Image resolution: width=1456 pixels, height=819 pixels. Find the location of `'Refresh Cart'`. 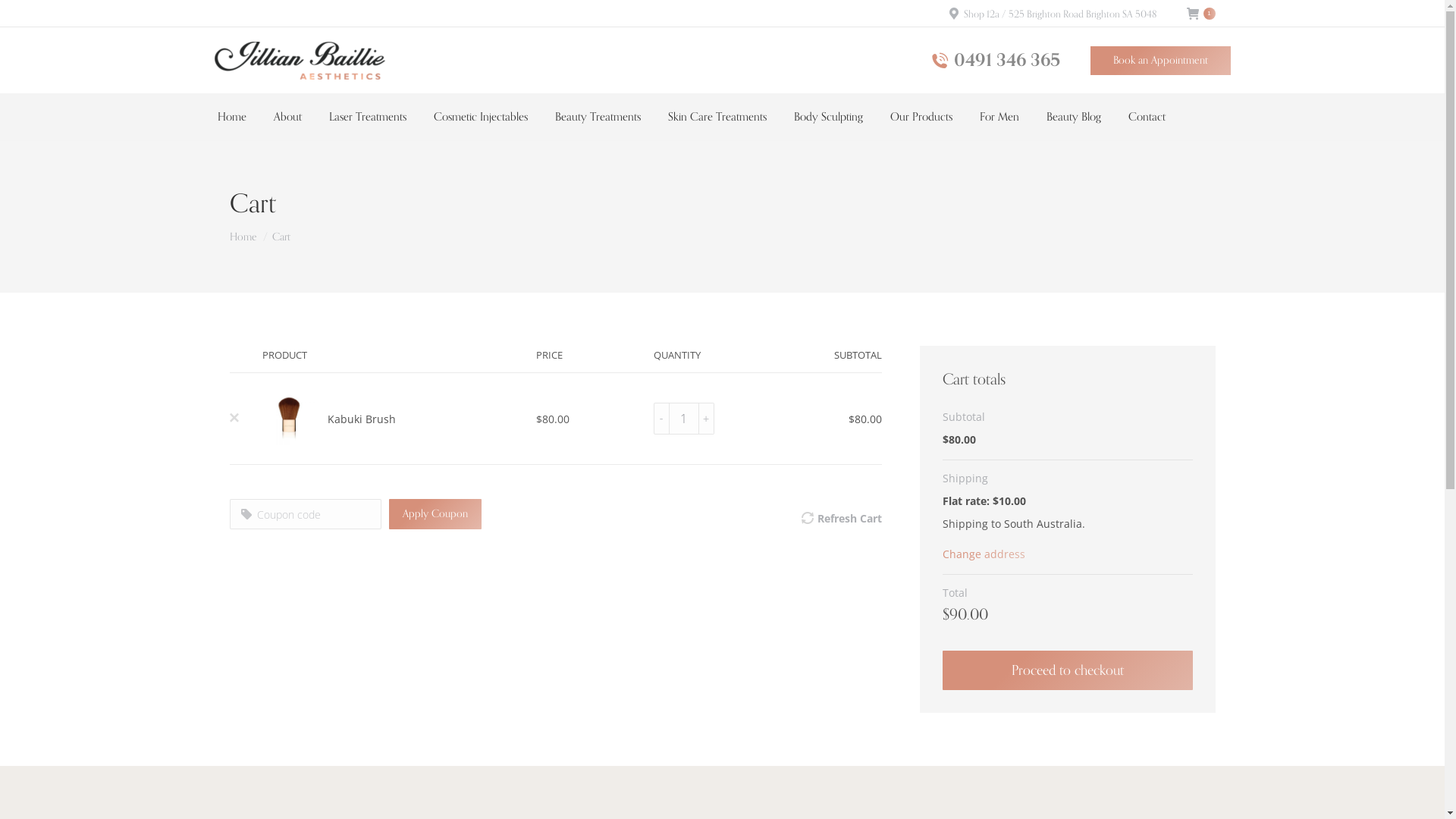

'Refresh Cart' is located at coordinates (849, 517).